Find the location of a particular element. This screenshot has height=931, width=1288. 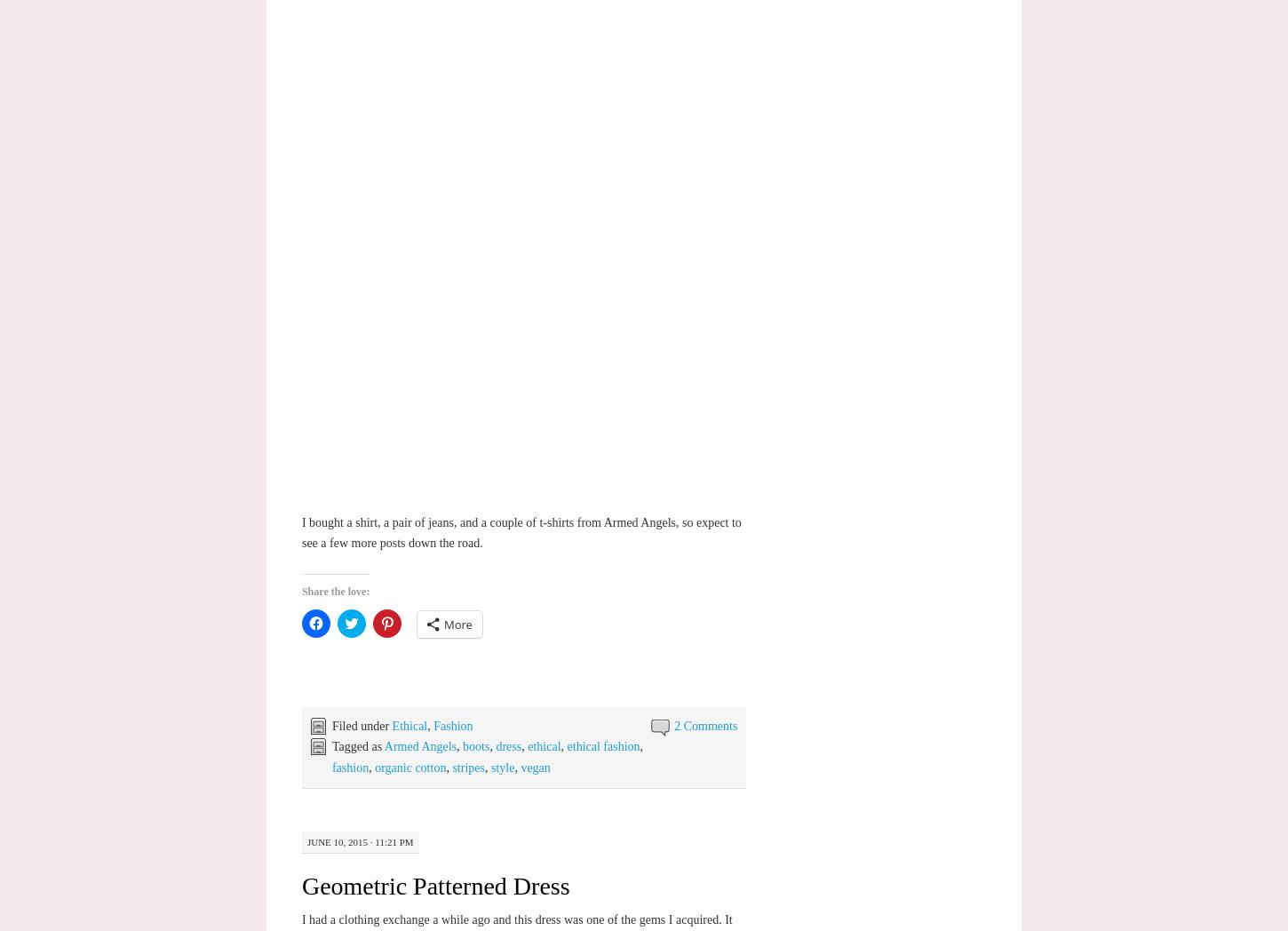

'I bought a shirt, a pair of jeans, and a couple of t-shirts from Armed Angels, so expect to see a few more posts down the road.' is located at coordinates (301, 532).